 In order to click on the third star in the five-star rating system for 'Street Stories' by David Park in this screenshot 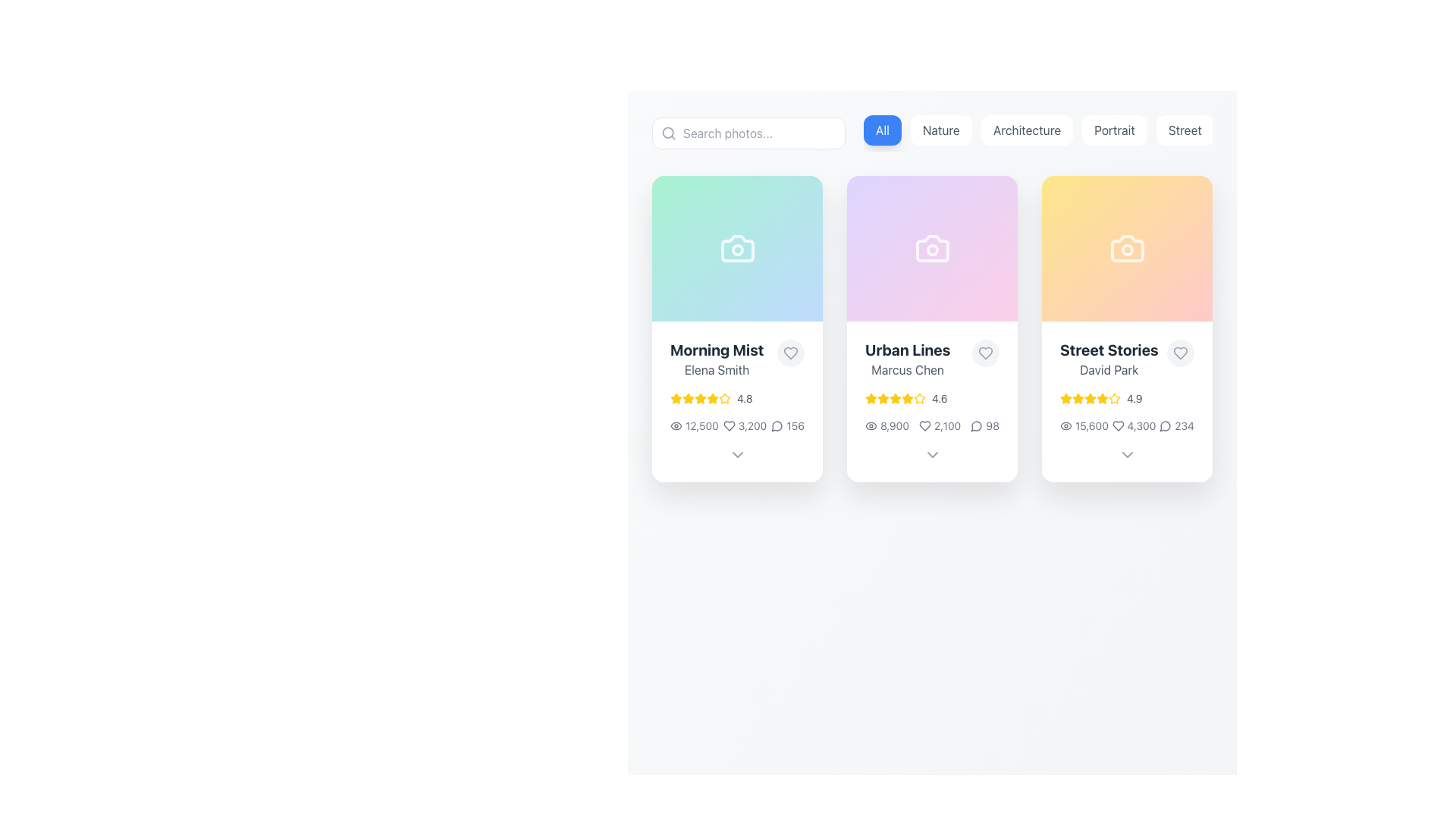, I will do `click(1090, 397)`.